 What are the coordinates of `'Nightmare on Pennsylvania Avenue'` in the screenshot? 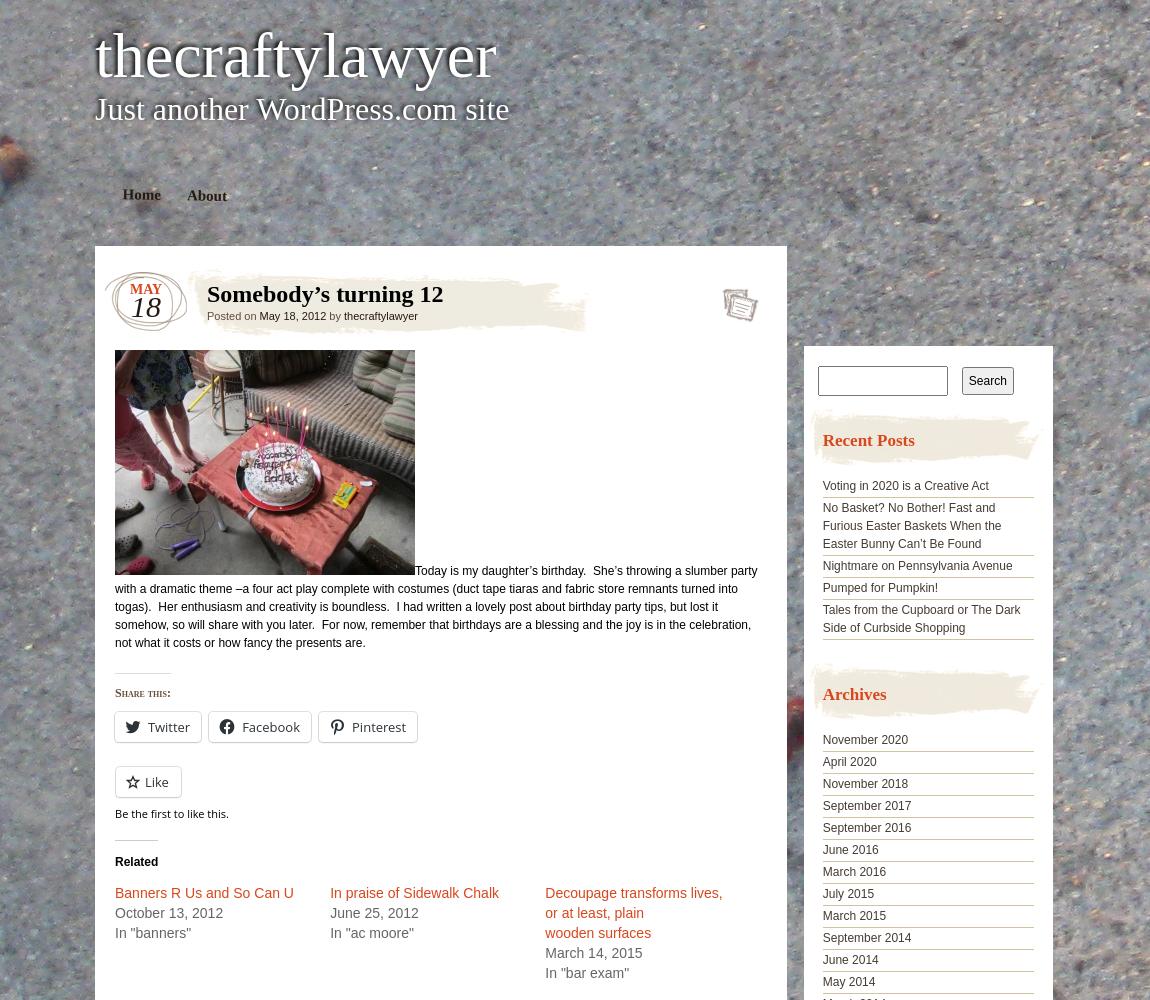 It's located at (917, 565).